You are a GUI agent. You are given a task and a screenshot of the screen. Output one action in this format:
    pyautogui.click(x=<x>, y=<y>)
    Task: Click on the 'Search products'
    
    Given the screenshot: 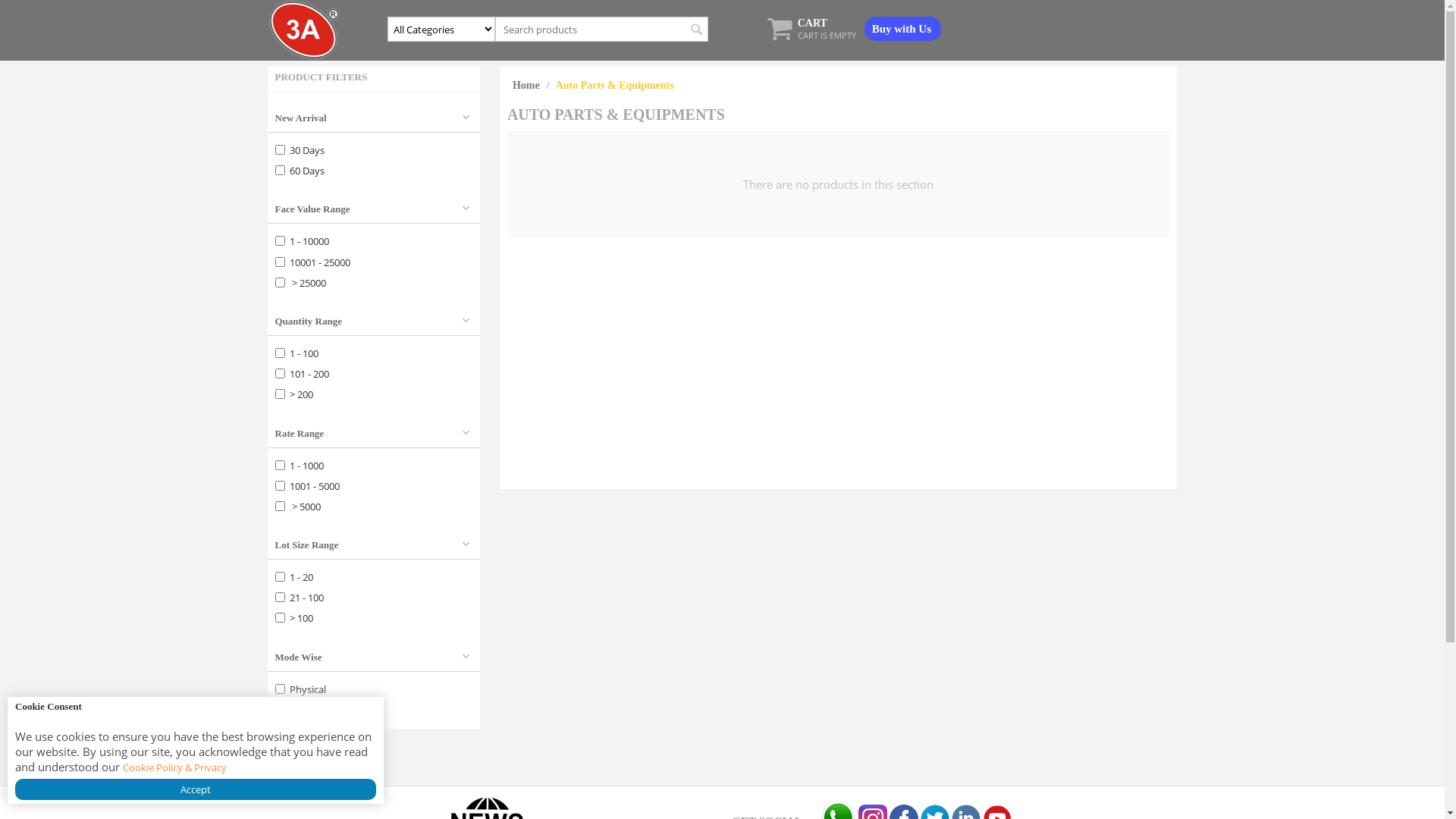 What is the action you would take?
    pyautogui.click(x=601, y=29)
    